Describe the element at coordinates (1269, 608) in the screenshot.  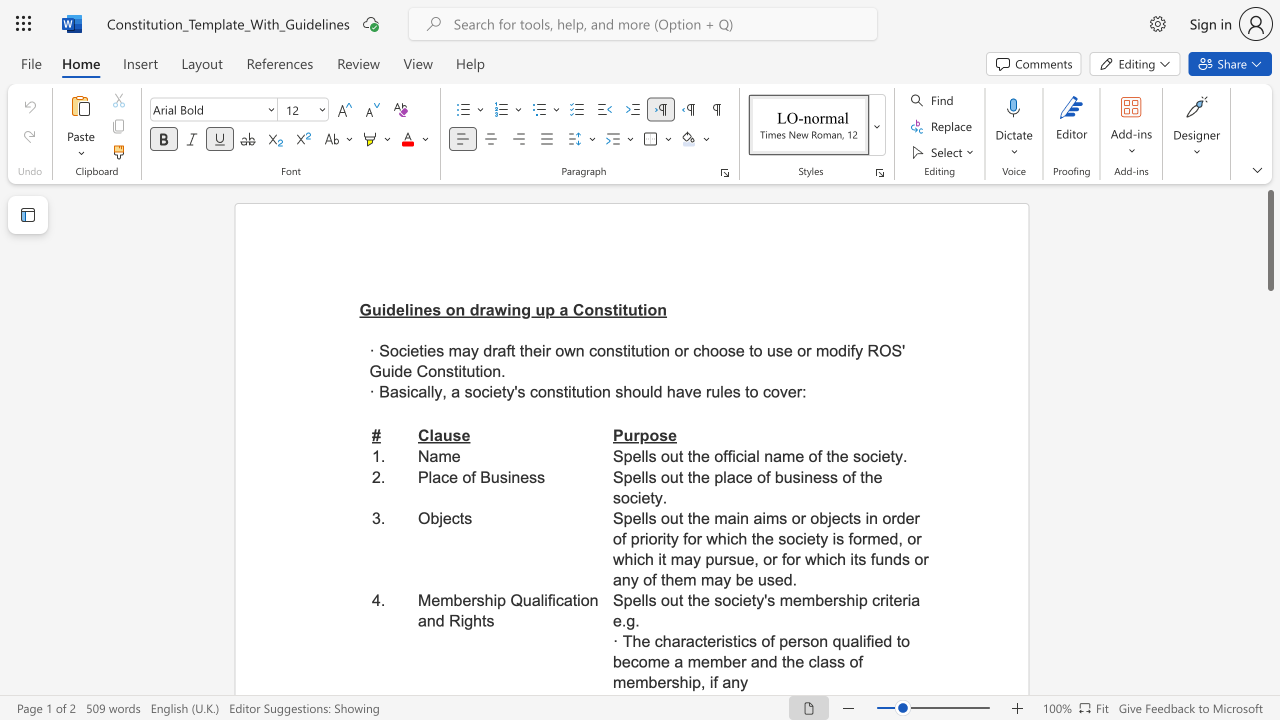
I see `the scrollbar to move the content lower` at that location.